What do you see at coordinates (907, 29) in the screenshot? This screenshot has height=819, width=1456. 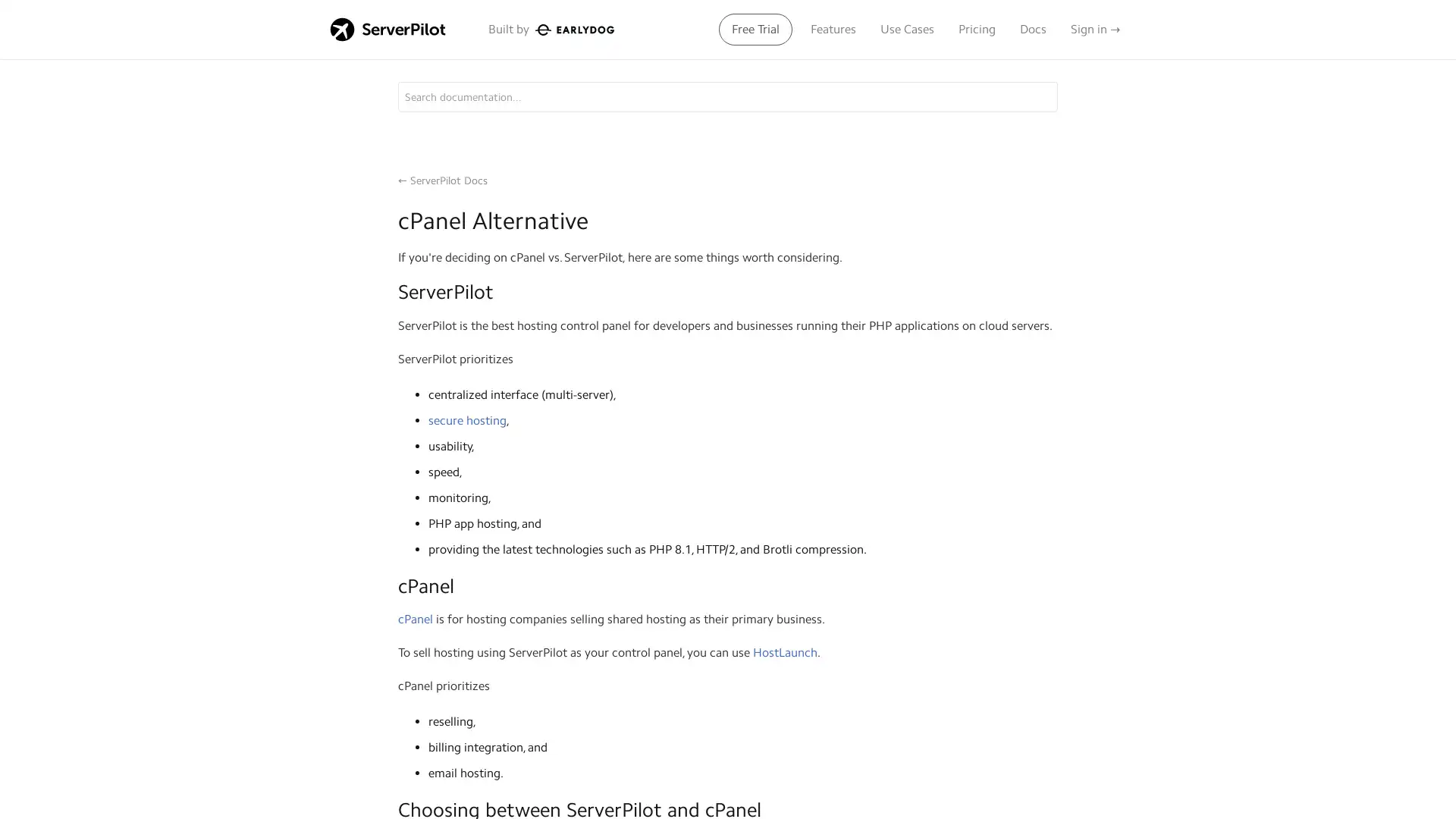 I see `Use Cases` at bounding box center [907, 29].